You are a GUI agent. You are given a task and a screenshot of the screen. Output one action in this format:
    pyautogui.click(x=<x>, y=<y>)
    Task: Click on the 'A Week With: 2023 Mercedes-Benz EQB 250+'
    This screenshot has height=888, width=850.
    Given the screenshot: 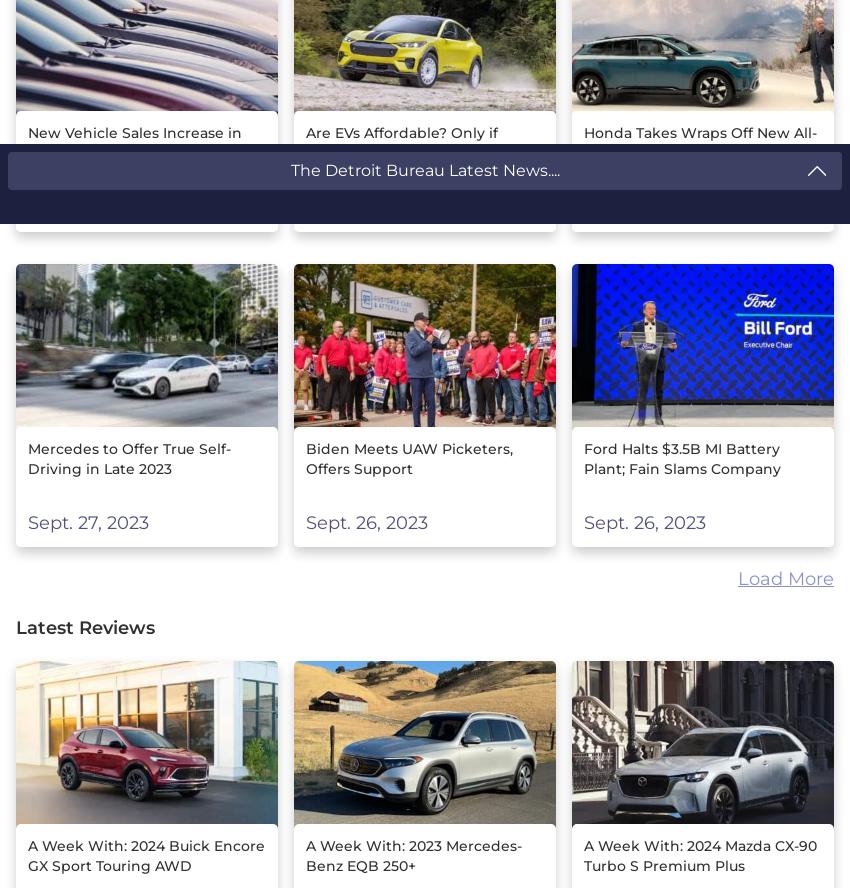 What is the action you would take?
    pyautogui.click(x=413, y=853)
    